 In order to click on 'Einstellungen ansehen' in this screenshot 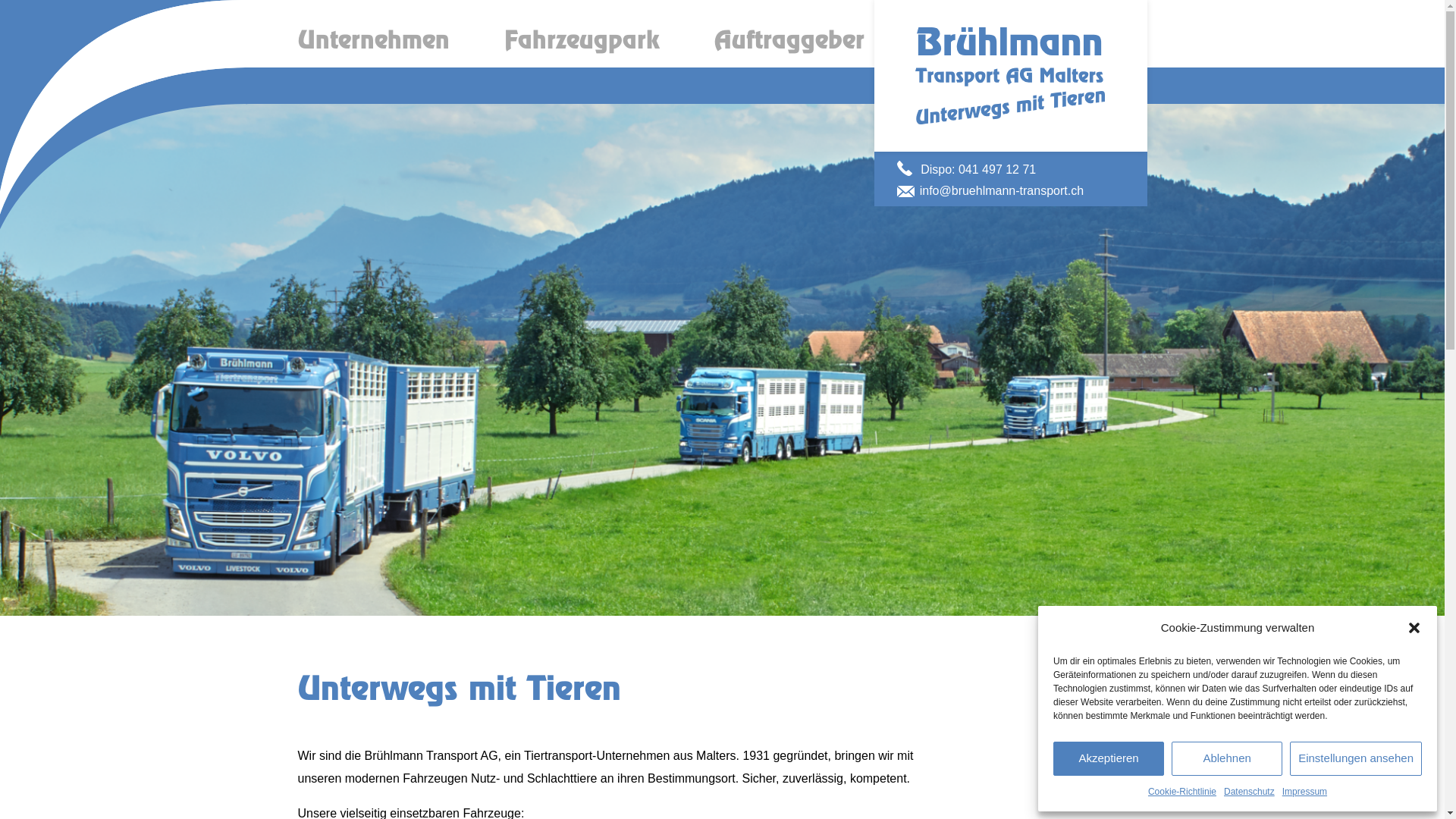, I will do `click(1356, 758)`.